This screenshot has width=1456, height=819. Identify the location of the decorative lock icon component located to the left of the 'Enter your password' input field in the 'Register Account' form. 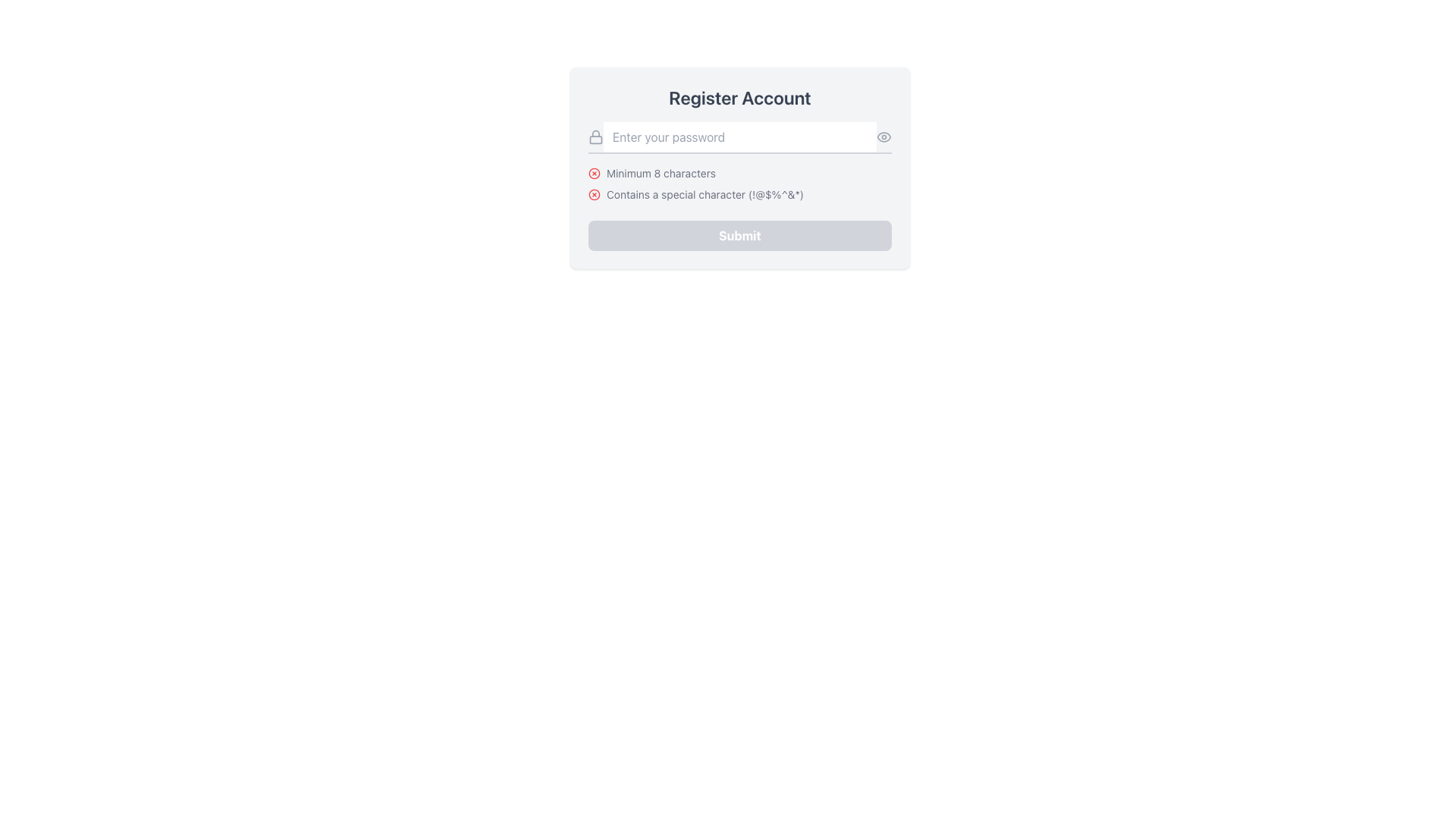
(595, 140).